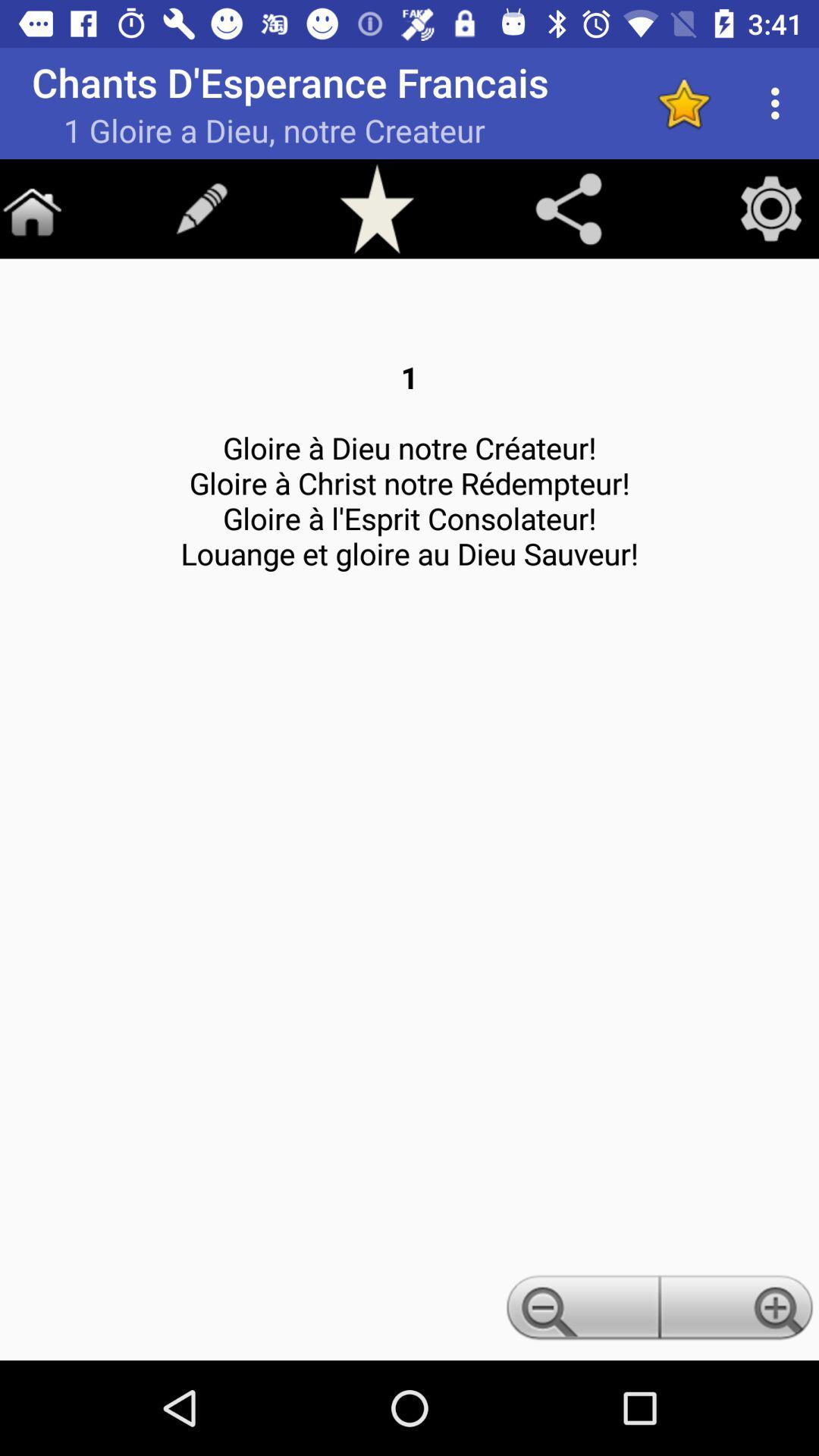 This screenshot has height=1456, width=819. I want to click on to favorites, so click(376, 208).